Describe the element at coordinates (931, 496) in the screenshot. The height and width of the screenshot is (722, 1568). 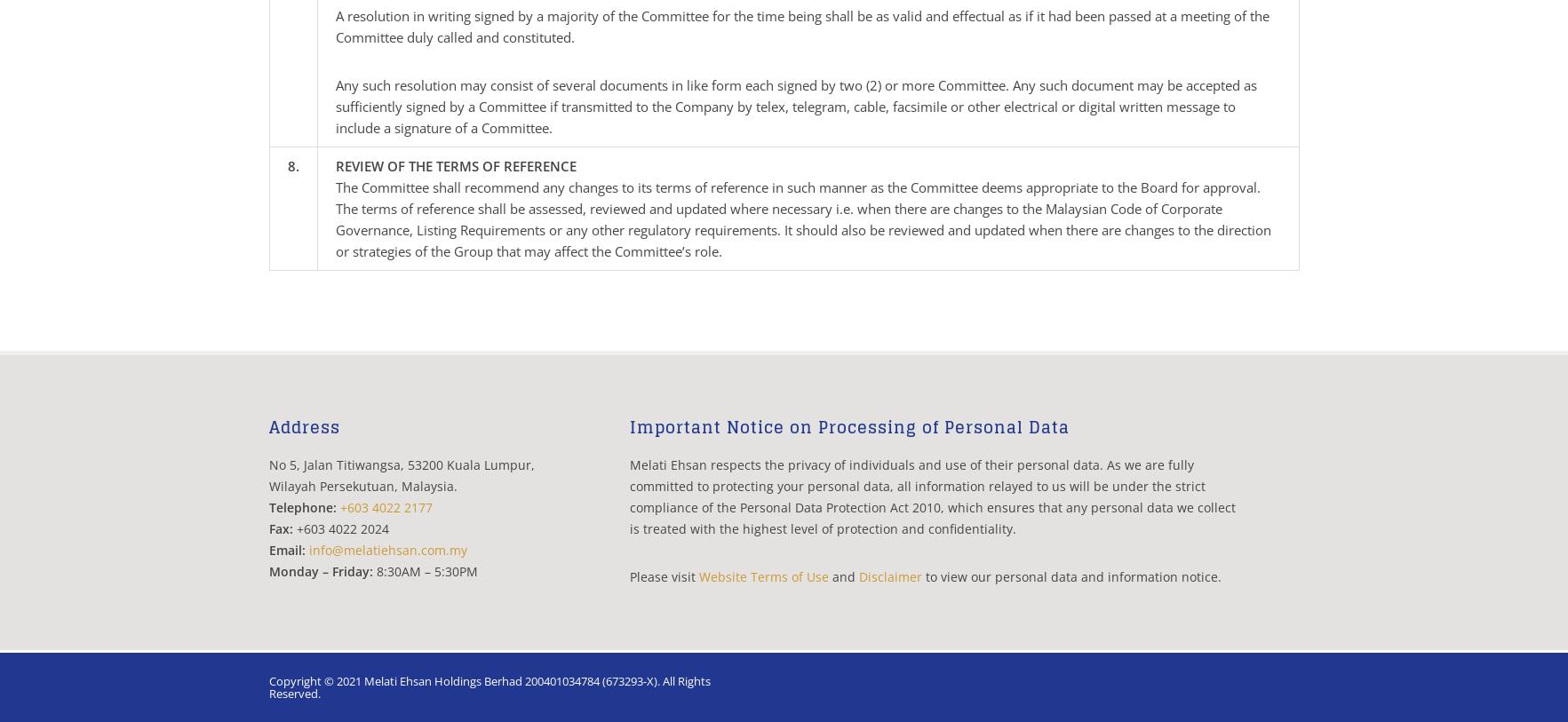
I see `'Melati Ehsan respects the privacy of individuals and use of their personal data. As we are fully committed to protecting your personal data, all information relayed to us will be under the strict compliance of the Personal Data Protection Act 2010, which ensures that any personal data we collect is treated with the highest level of protection and confidentiality.'` at that location.